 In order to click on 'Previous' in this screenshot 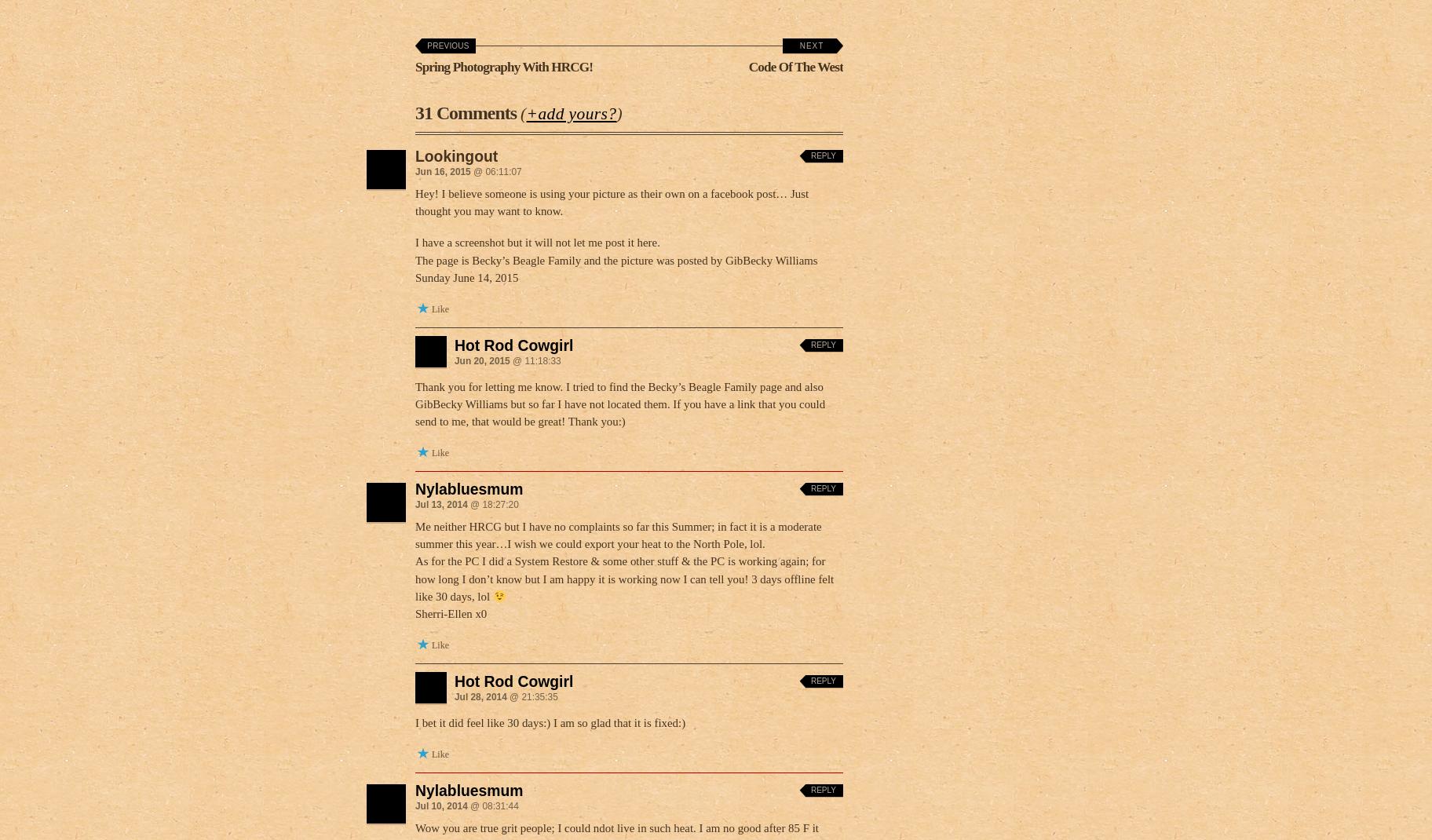, I will do `click(447, 45)`.